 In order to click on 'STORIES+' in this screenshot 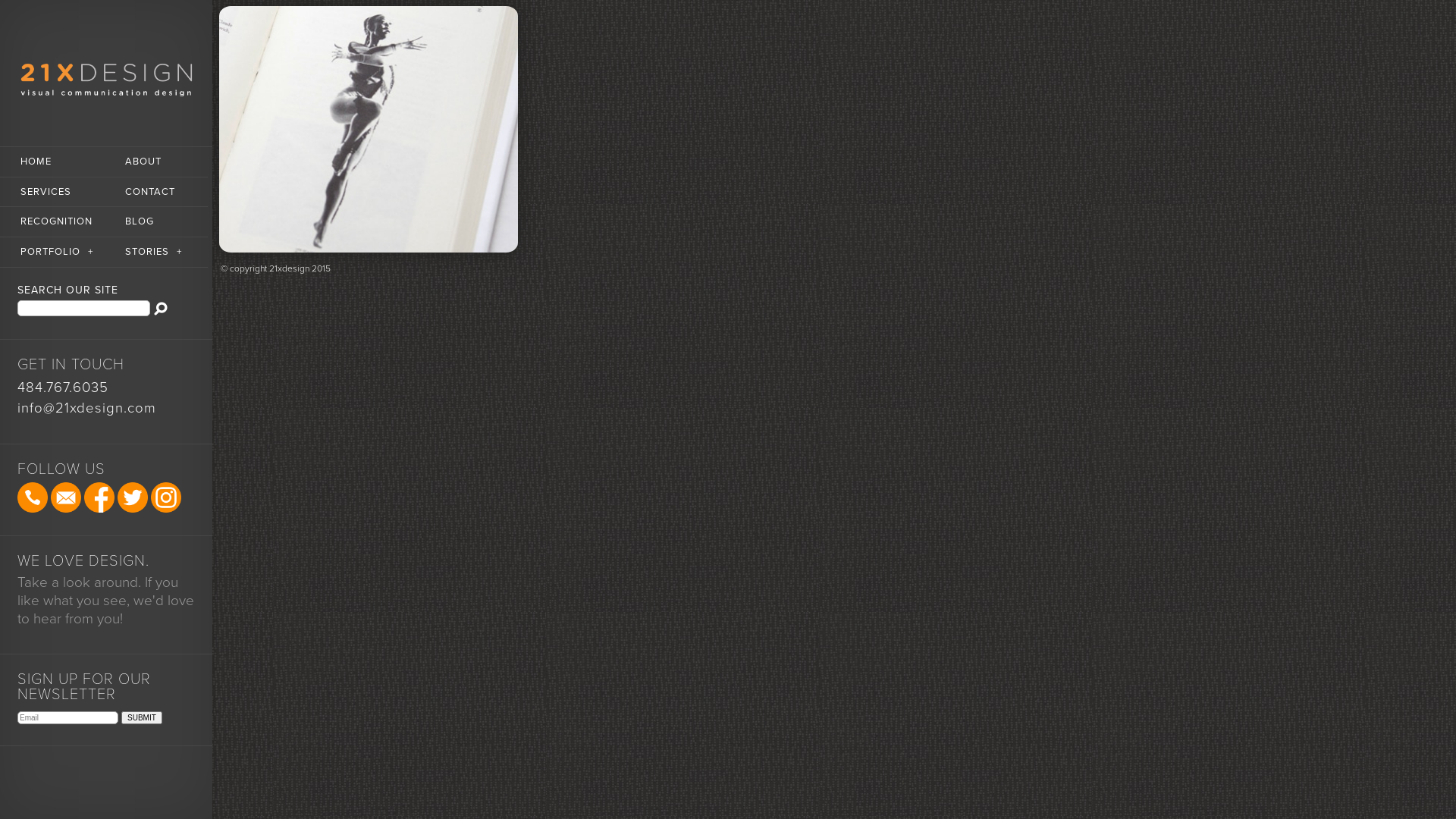, I will do `click(103, 251)`.